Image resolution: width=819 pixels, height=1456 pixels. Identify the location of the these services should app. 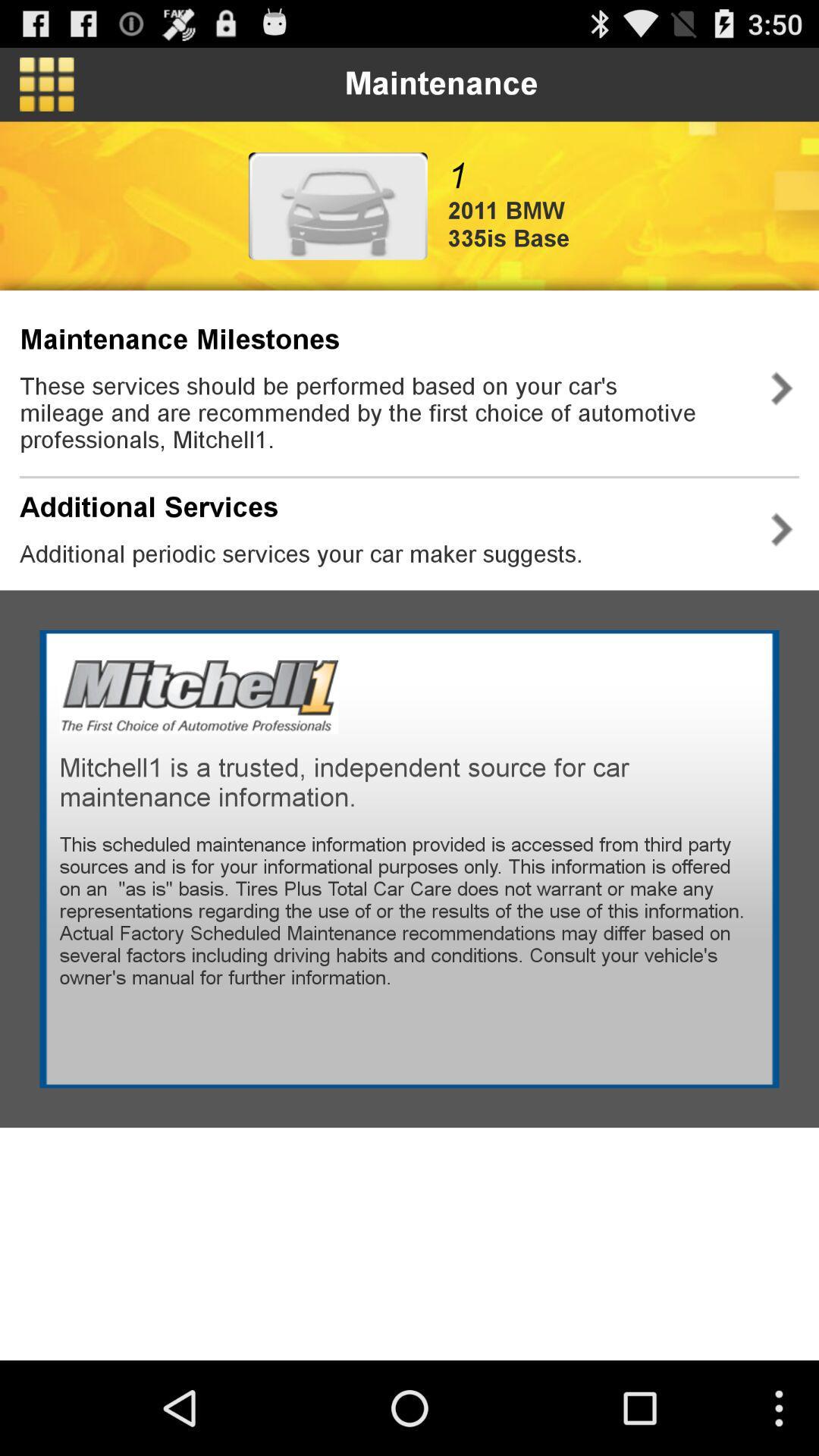
(381, 413).